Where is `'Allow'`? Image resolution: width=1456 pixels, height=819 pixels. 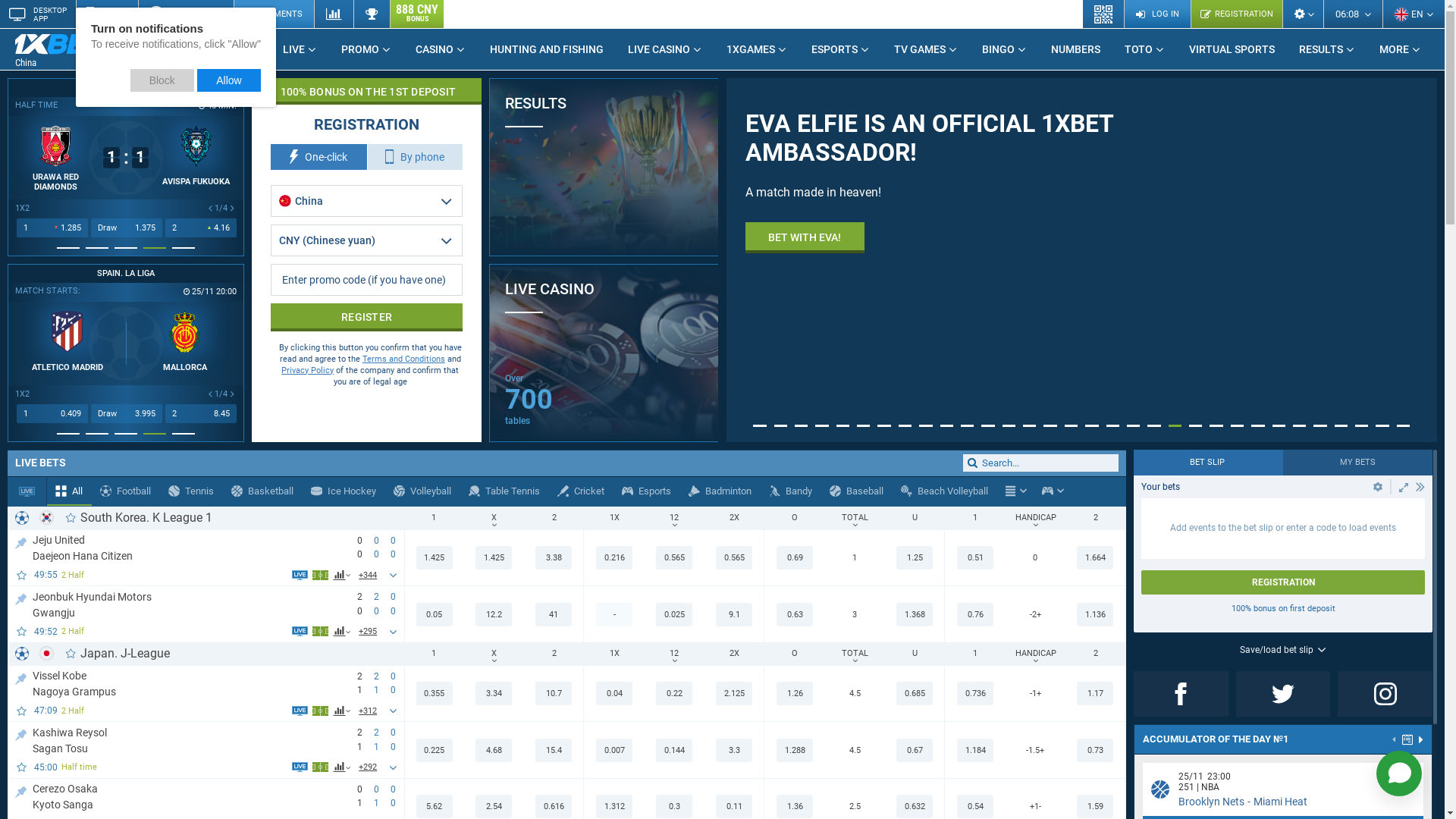
'Allow' is located at coordinates (228, 80).